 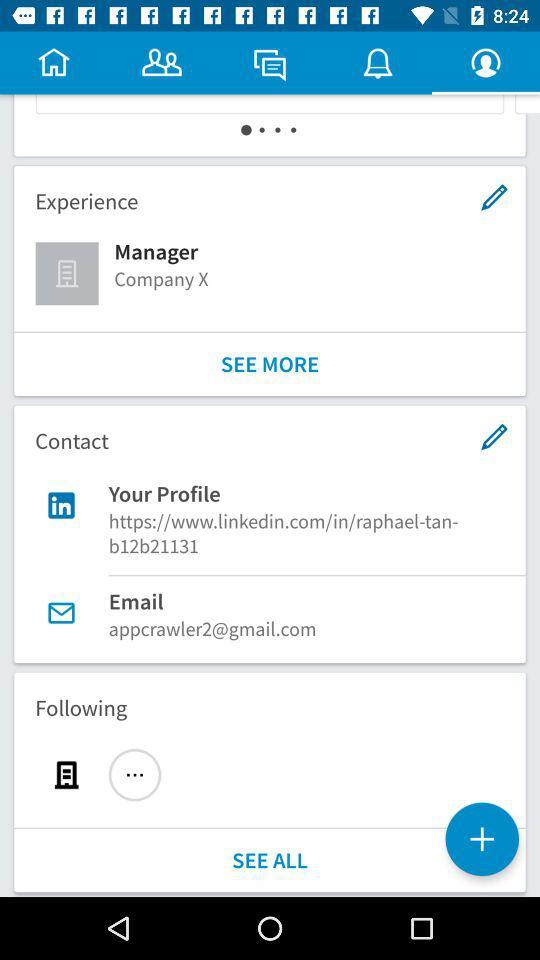 I want to click on the add icon, so click(x=481, y=839).